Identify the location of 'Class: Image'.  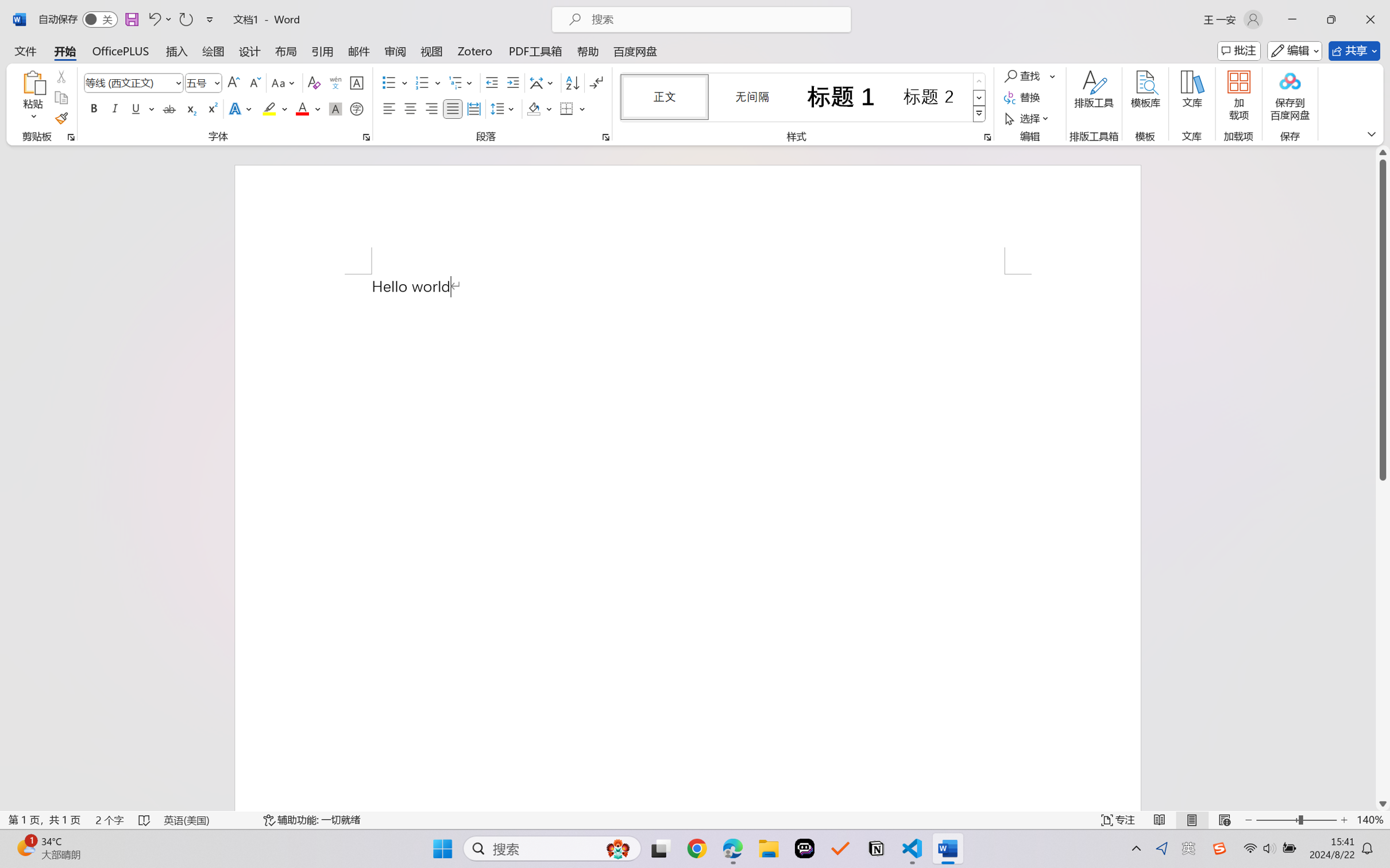
(1219, 848).